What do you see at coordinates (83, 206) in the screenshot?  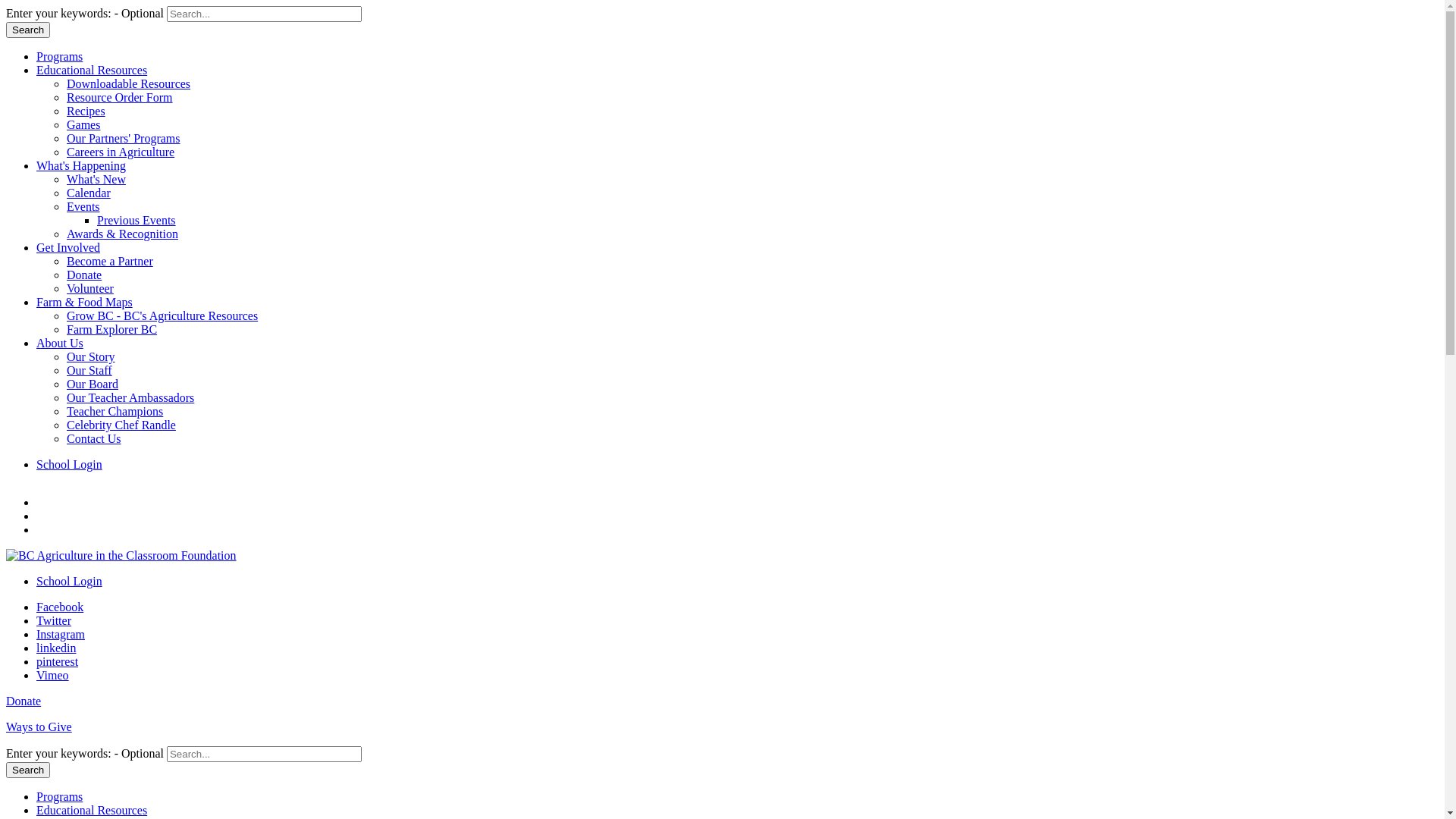 I see `'Events'` at bounding box center [83, 206].